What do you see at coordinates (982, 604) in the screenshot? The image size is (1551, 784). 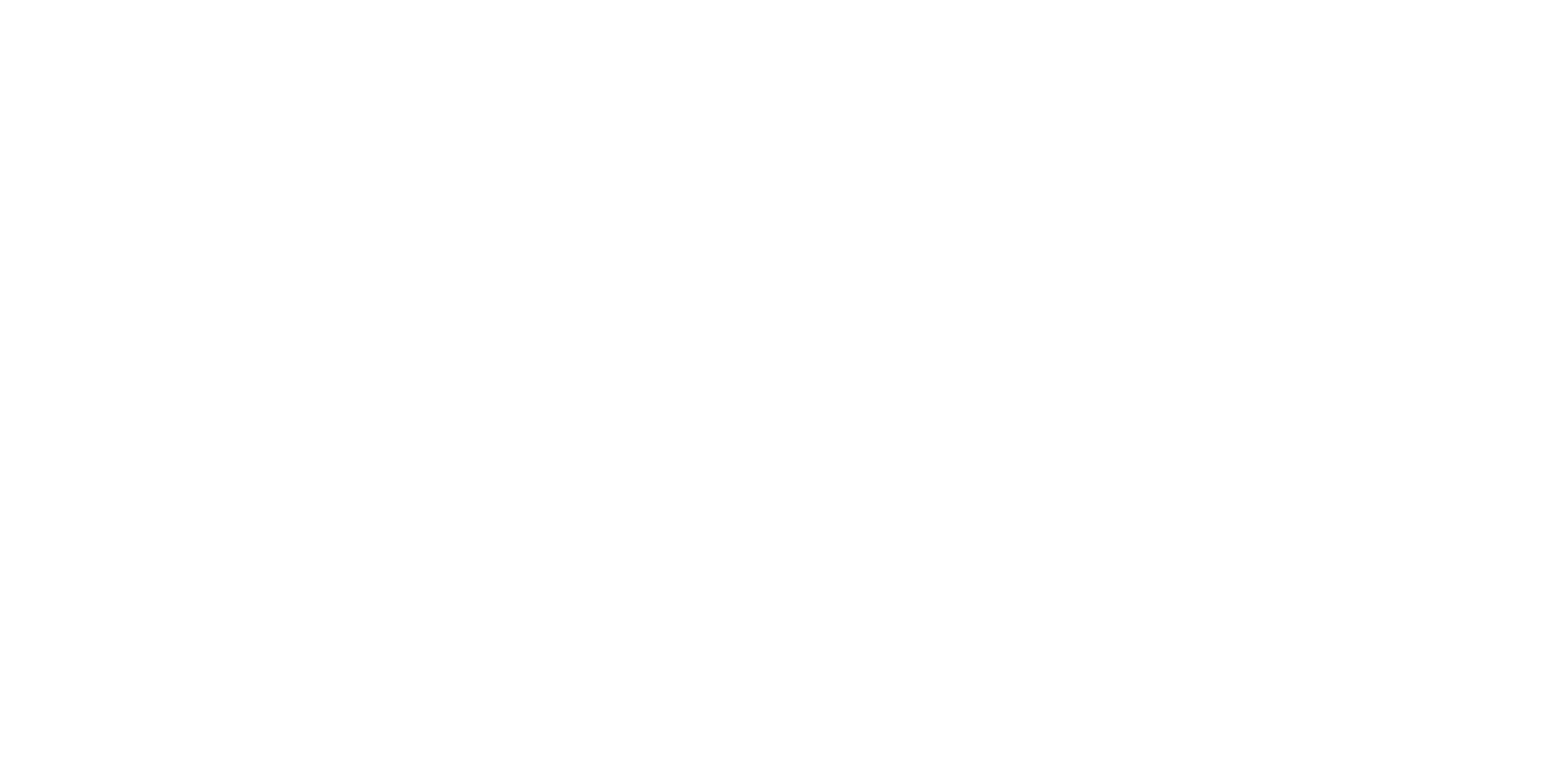 I see `'July 2014'` at bounding box center [982, 604].